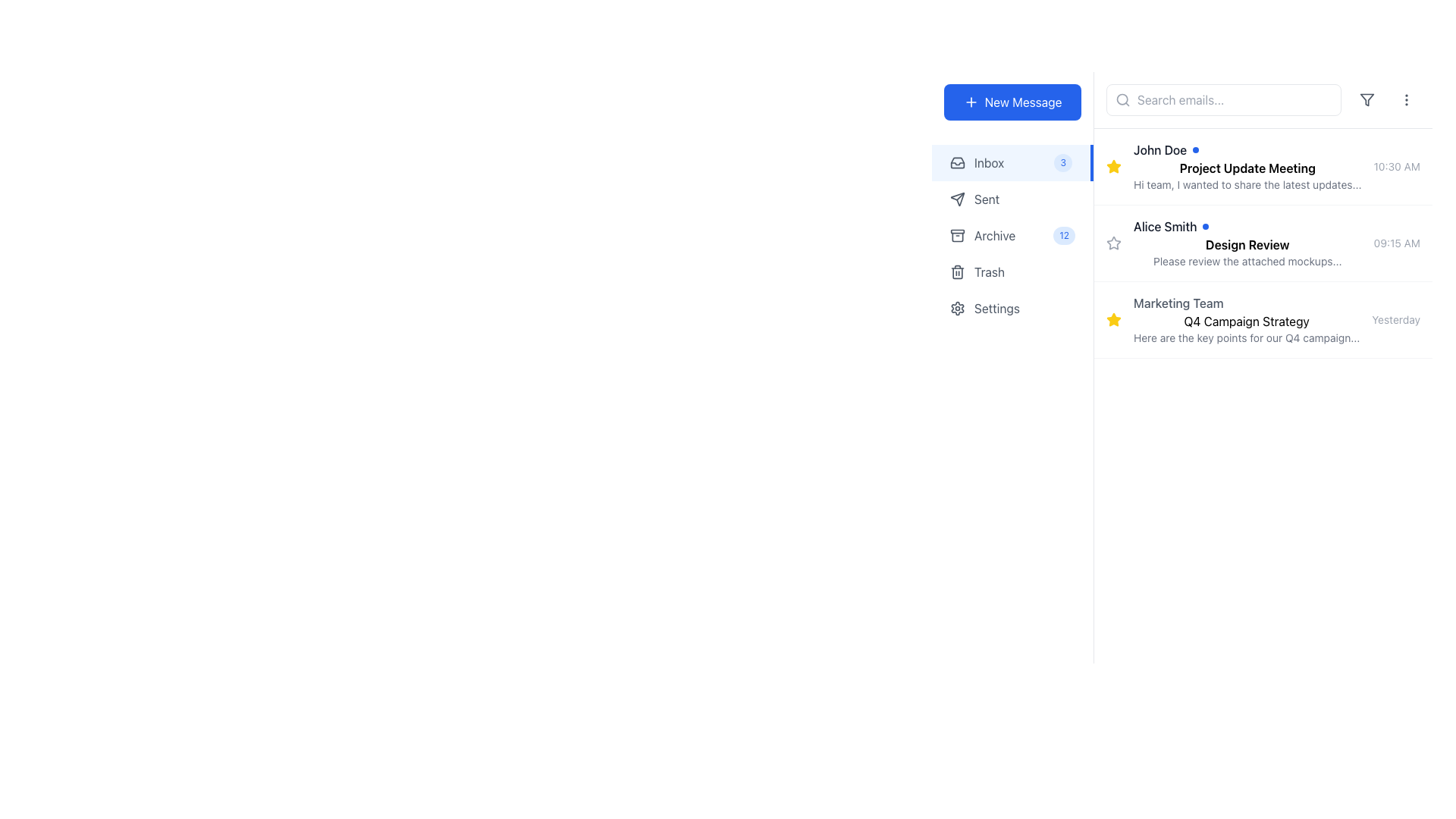  What do you see at coordinates (1247, 168) in the screenshot?
I see `the text label identifying the email subject line from 'John Doe'` at bounding box center [1247, 168].